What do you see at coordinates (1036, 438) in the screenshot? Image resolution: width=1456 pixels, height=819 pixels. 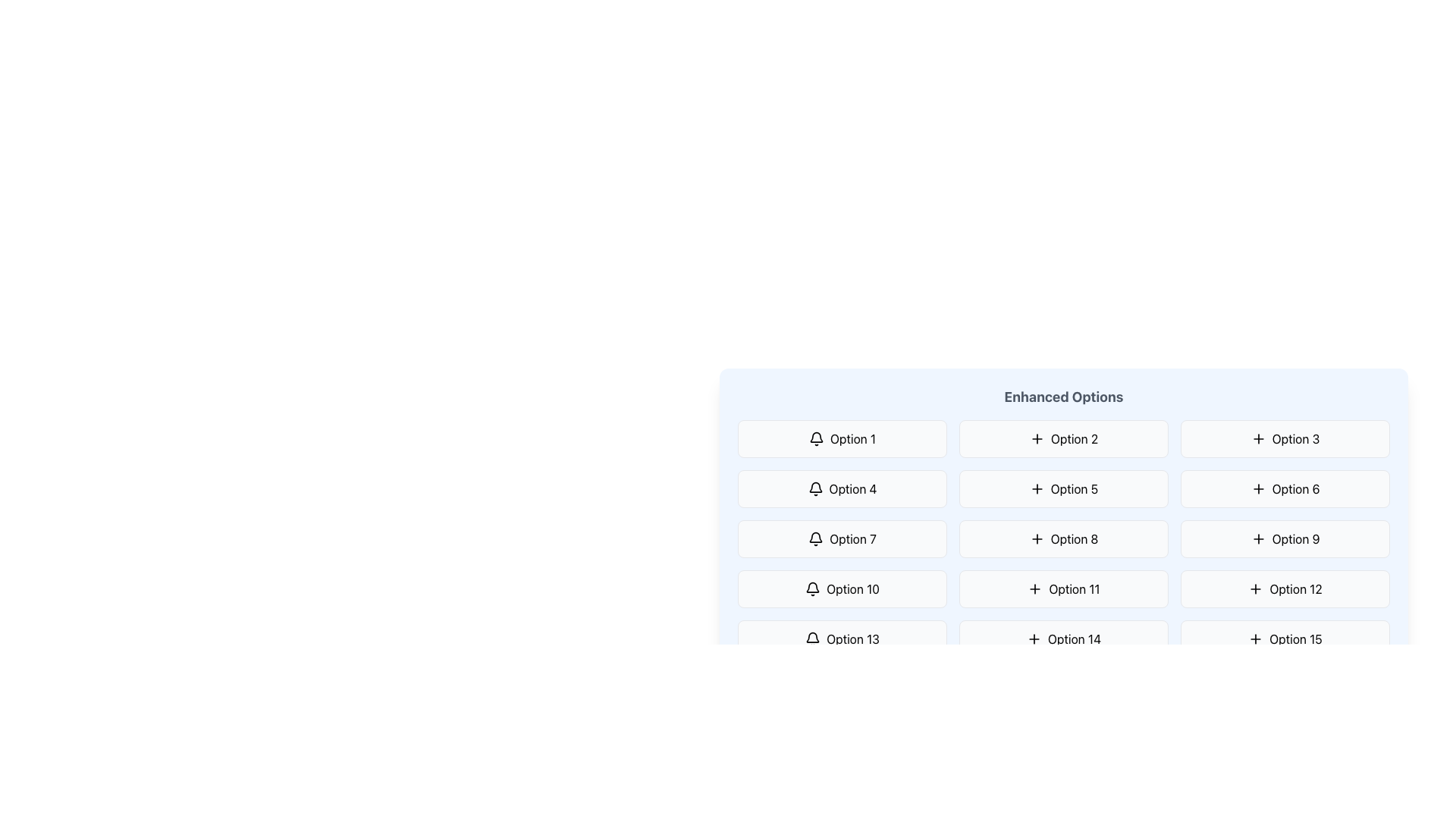 I see `the plus icon located to the left of the text label 'Option 2' within the 'Enhanced Options' grid layout` at bounding box center [1036, 438].